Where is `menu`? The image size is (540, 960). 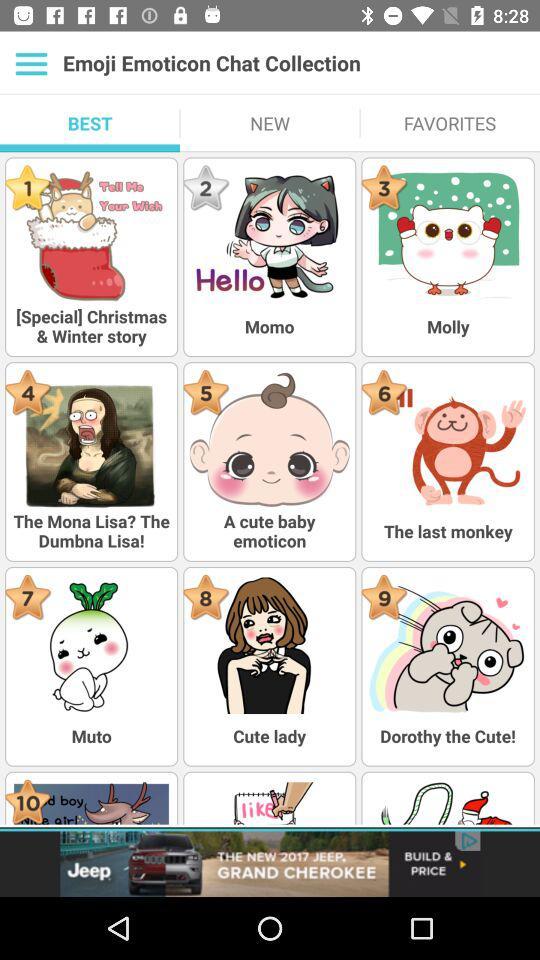
menu is located at coordinates (30, 63).